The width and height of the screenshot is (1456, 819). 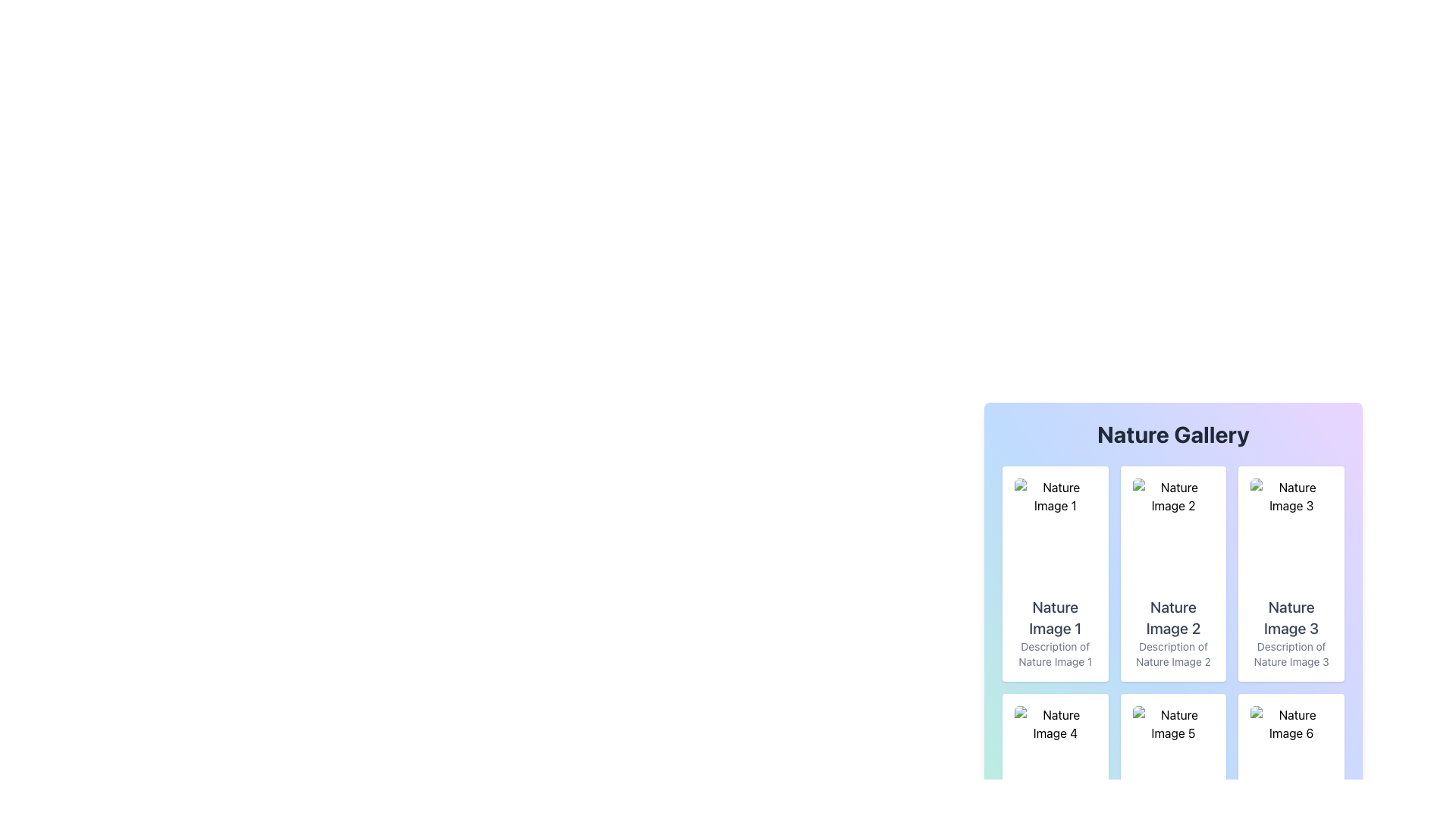 What do you see at coordinates (1291, 617) in the screenshot?
I see `text label displaying 'Nature Image 3', which is bold, slightly larger, and centered in dark gray, located in the Nature Gallery section` at bounding box center [1291, 617].